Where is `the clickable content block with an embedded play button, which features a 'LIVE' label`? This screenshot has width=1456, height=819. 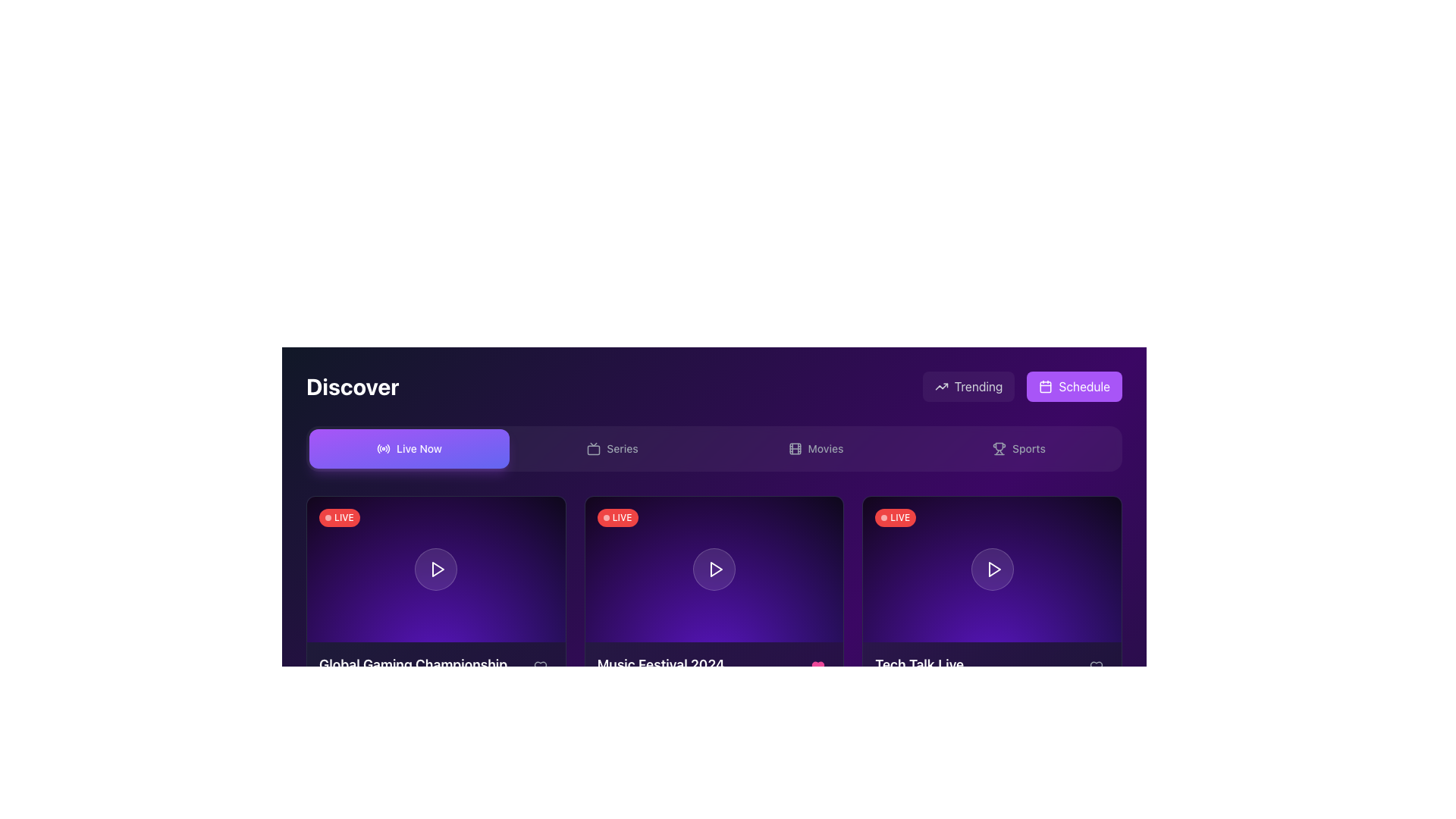
the clickable content block with an embedded play button, which features a 'LIVE' label is located at coordinates (713, 569).